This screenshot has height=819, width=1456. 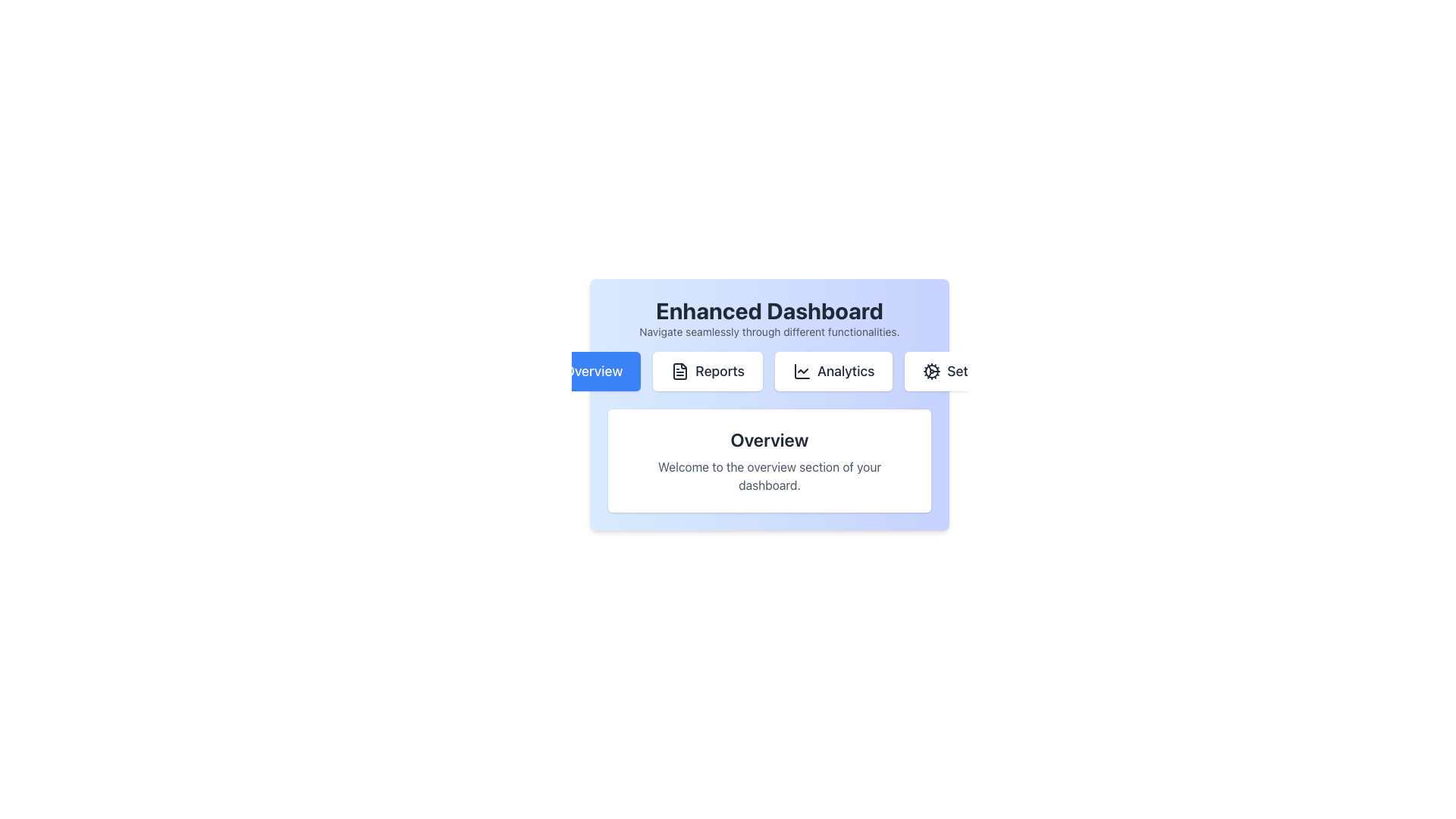 I want to click on the 'Reports' icon in the navigation interface, which is positioned between the 'Overview' and 'Analytics' buttons, so click(x=679, y=371).